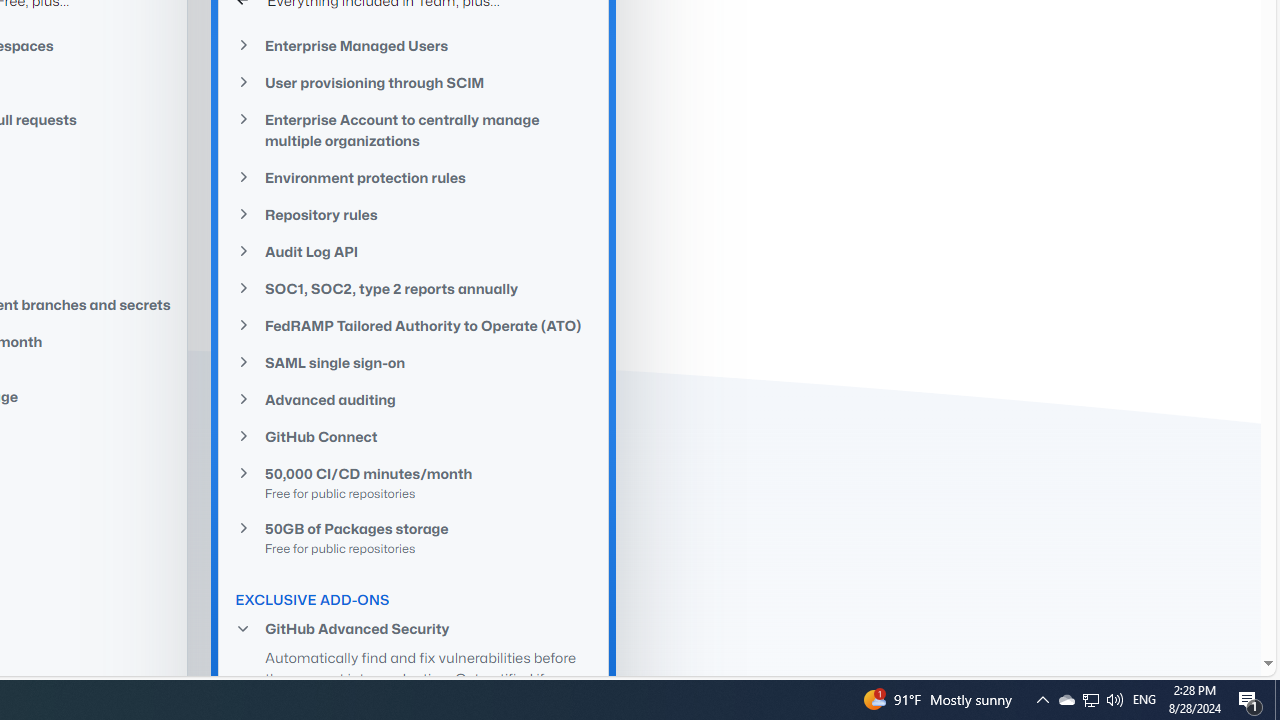 This screenshot has width=1280, height=720. I want to click on 'Enterprise Managed Users', so click(413, 45).